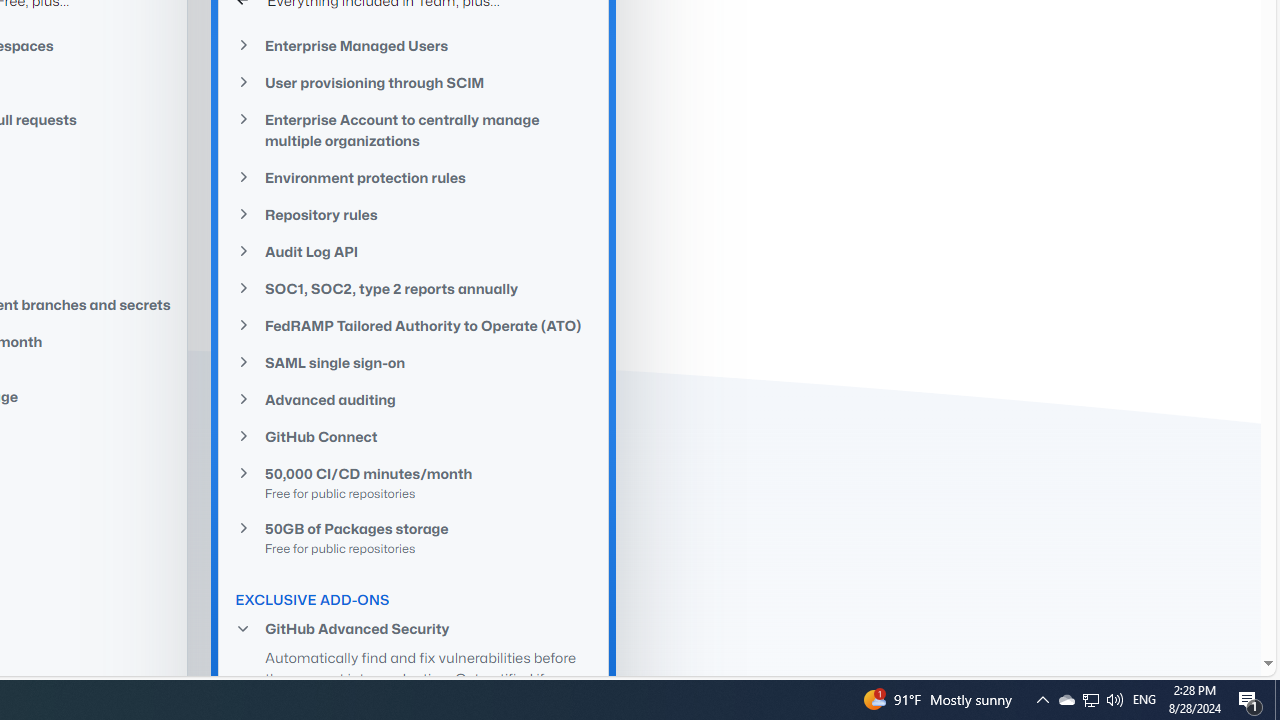 This screenshot has width=1280, height=720. I want to click on 'Enterprise Managed Users', so click(413, 45).